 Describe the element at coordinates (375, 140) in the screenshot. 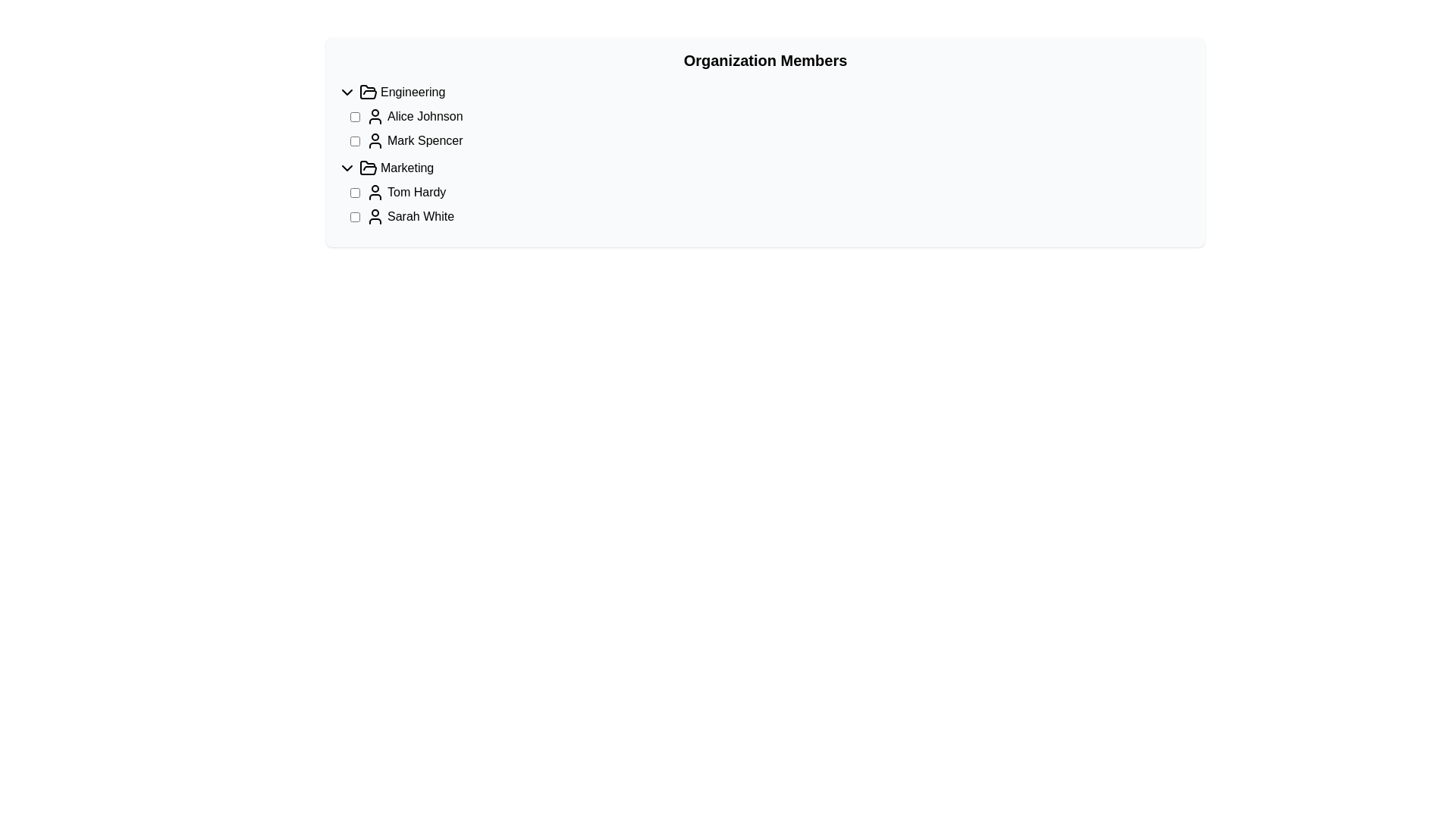

I see `the user silhouette icon associated with 'Mark Spencer', located between the checkbox and the user's name` at that location.